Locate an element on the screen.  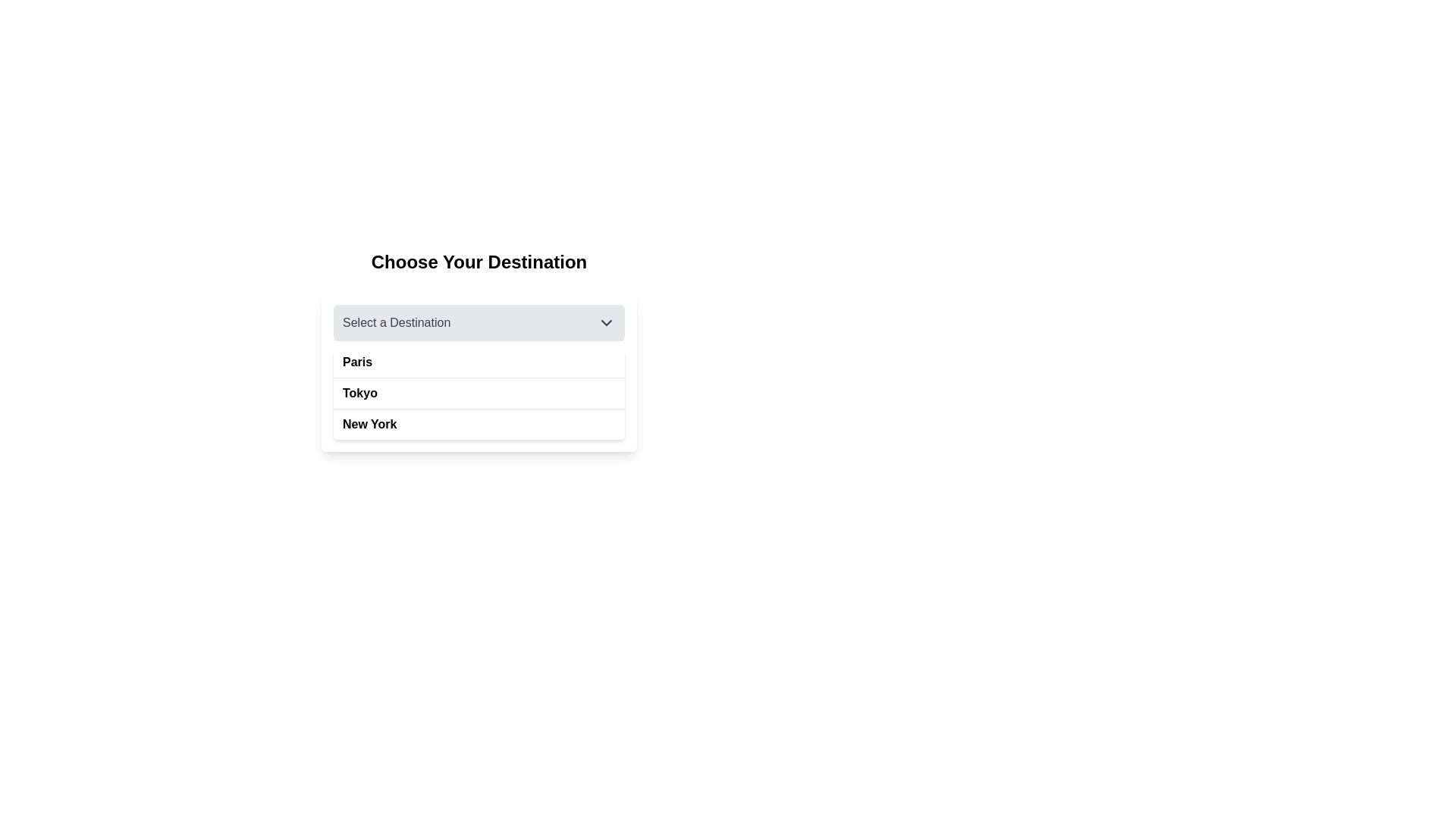
the second item in the dropdown list, which is the selectable option between 'Paris' and 'New York' is located at coordinates (359, 393).